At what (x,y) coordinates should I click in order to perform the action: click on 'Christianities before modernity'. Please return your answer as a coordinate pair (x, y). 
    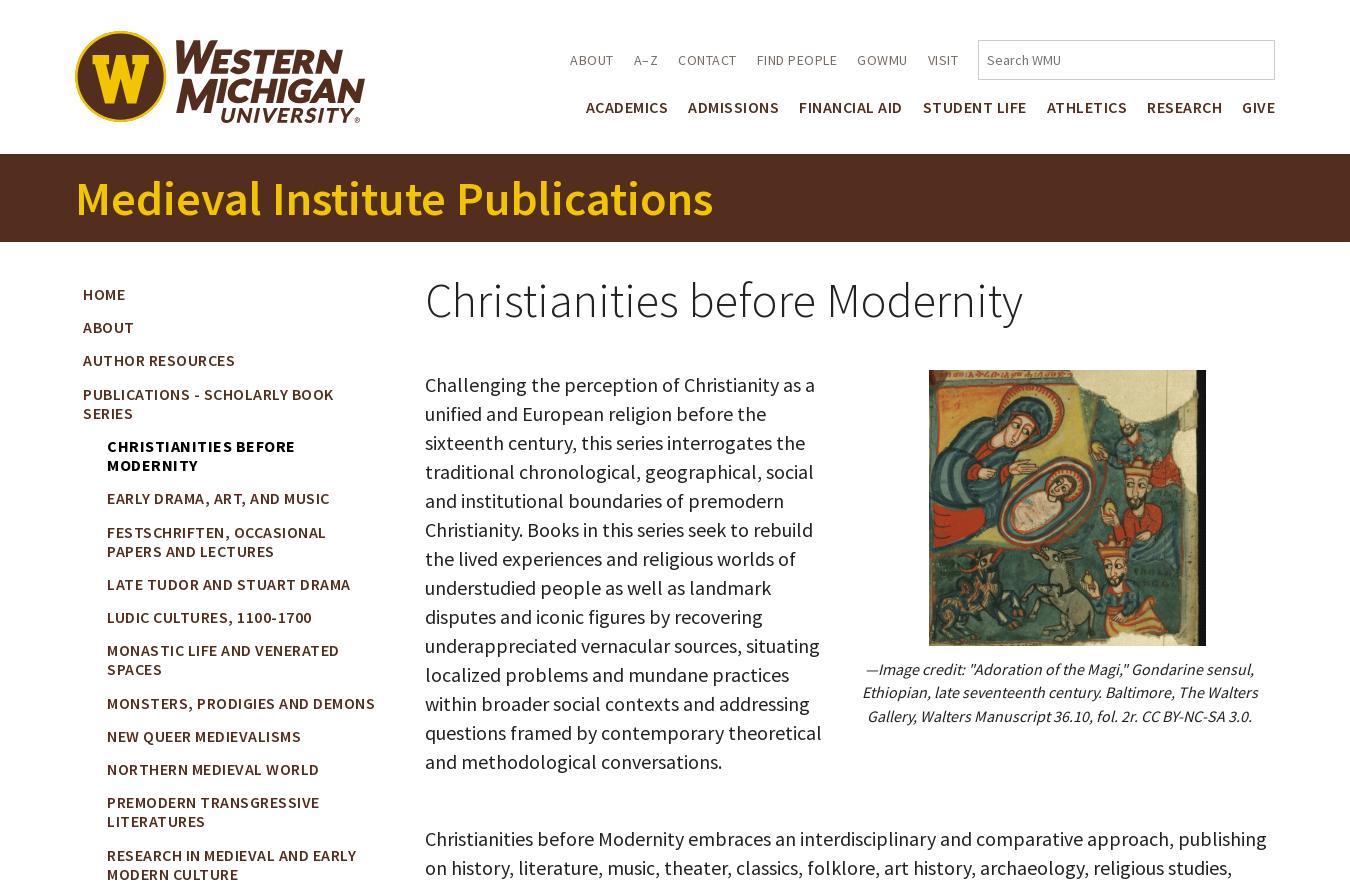
    Looking at the image, I should click on (201, 454).